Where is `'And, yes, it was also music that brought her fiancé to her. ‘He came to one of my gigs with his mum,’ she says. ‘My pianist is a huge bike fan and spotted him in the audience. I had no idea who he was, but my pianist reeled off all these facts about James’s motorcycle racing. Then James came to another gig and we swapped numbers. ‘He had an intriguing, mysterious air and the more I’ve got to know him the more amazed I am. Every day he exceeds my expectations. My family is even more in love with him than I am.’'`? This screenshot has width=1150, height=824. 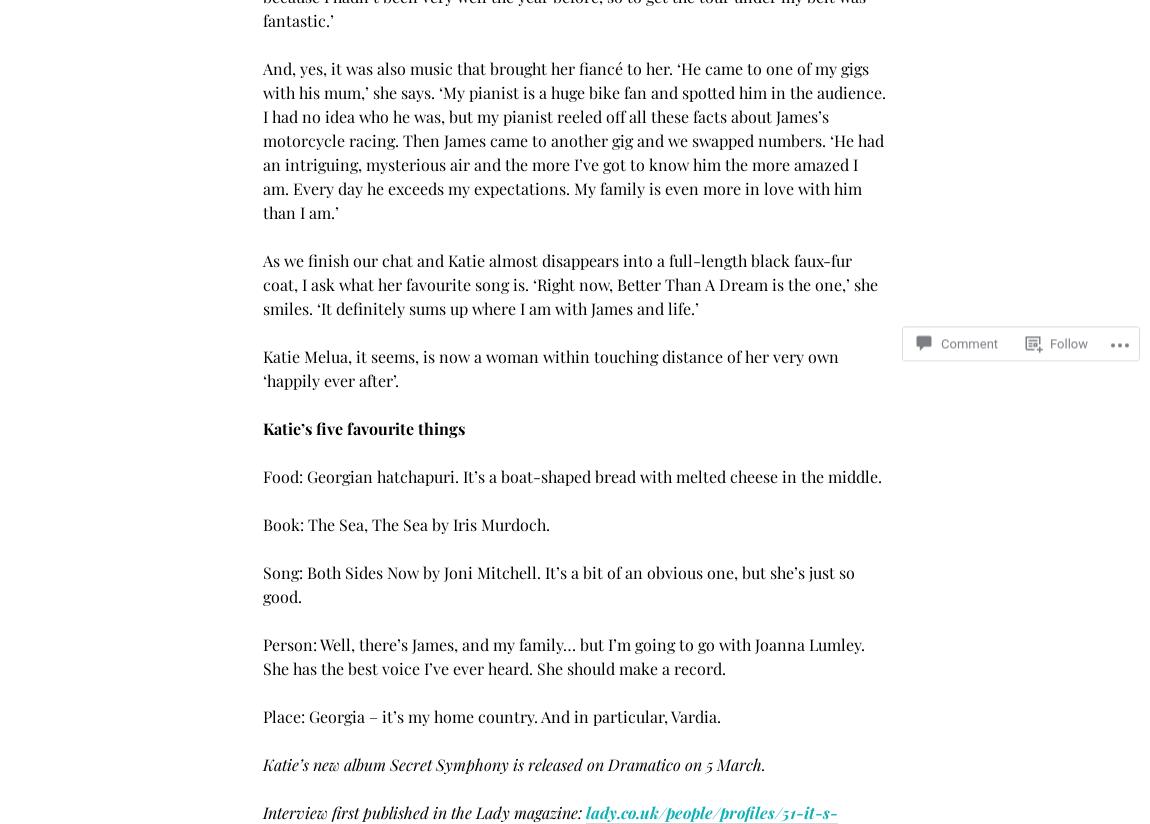
'And, yes, it was also music that brought her fiancé to her. ‘He came to one of my gigs with his mum,’ she says. ‘My pianist is a huge bike fan and spotted him in the audience. I had no idea who he was, but my pianist reeled off all these facts about James’s motorcycle racing. Then James came to another gig and we swapped numbers. ‘He had an intriguing, mysterious air and the more I’ve got to know him the more amazed I am. Every day he exceeds my expectations. My family is even more in love with him than I am.’' is located at coordinates (574, 139).